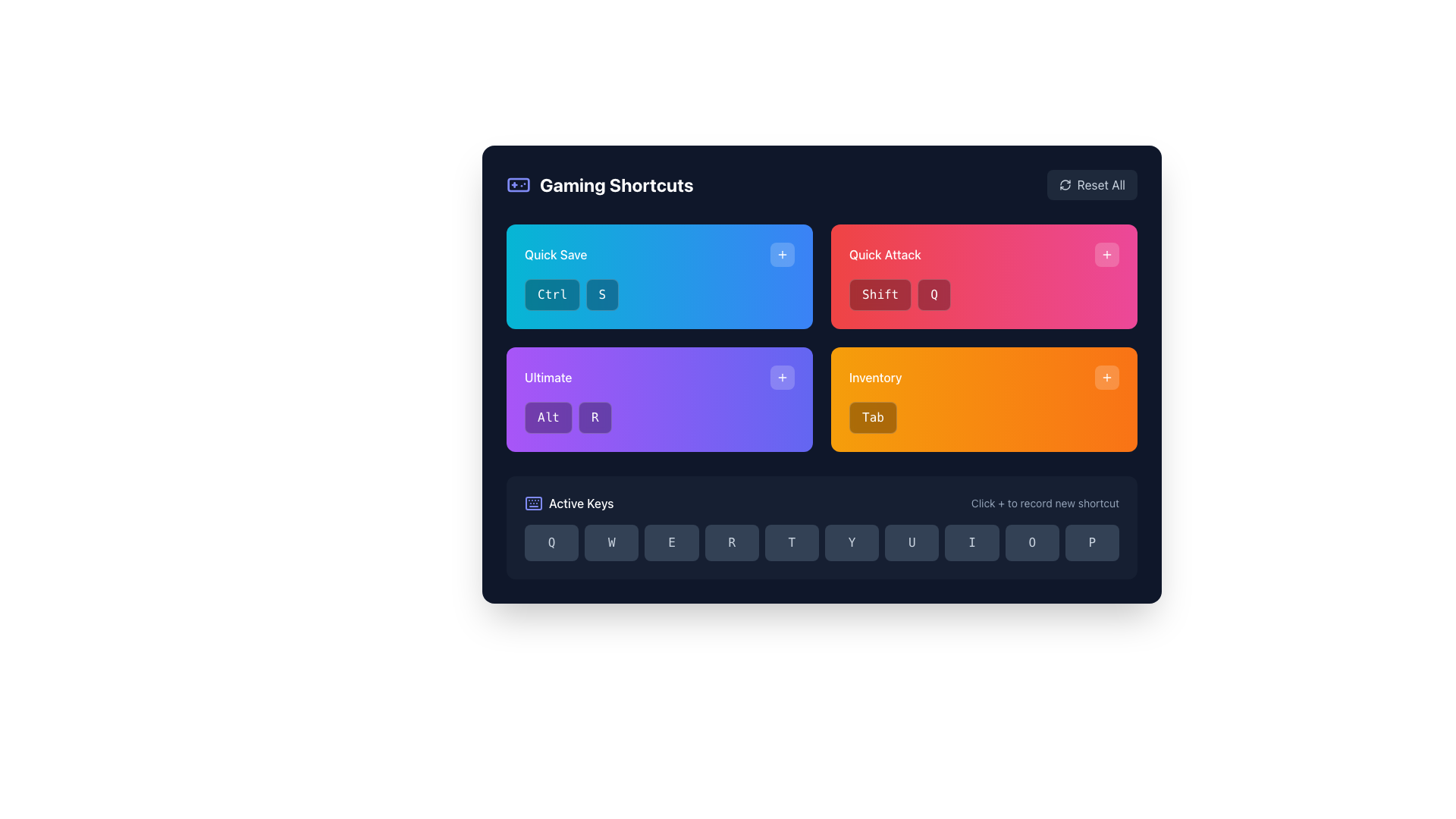  I want to click on the Icon button located in the bottom-right corner of the 'Inventory' shortcut tile, which has an orange background and the text 'Inventory' followed by the key 'Tab', to invoke its function, so click(1106, 376).